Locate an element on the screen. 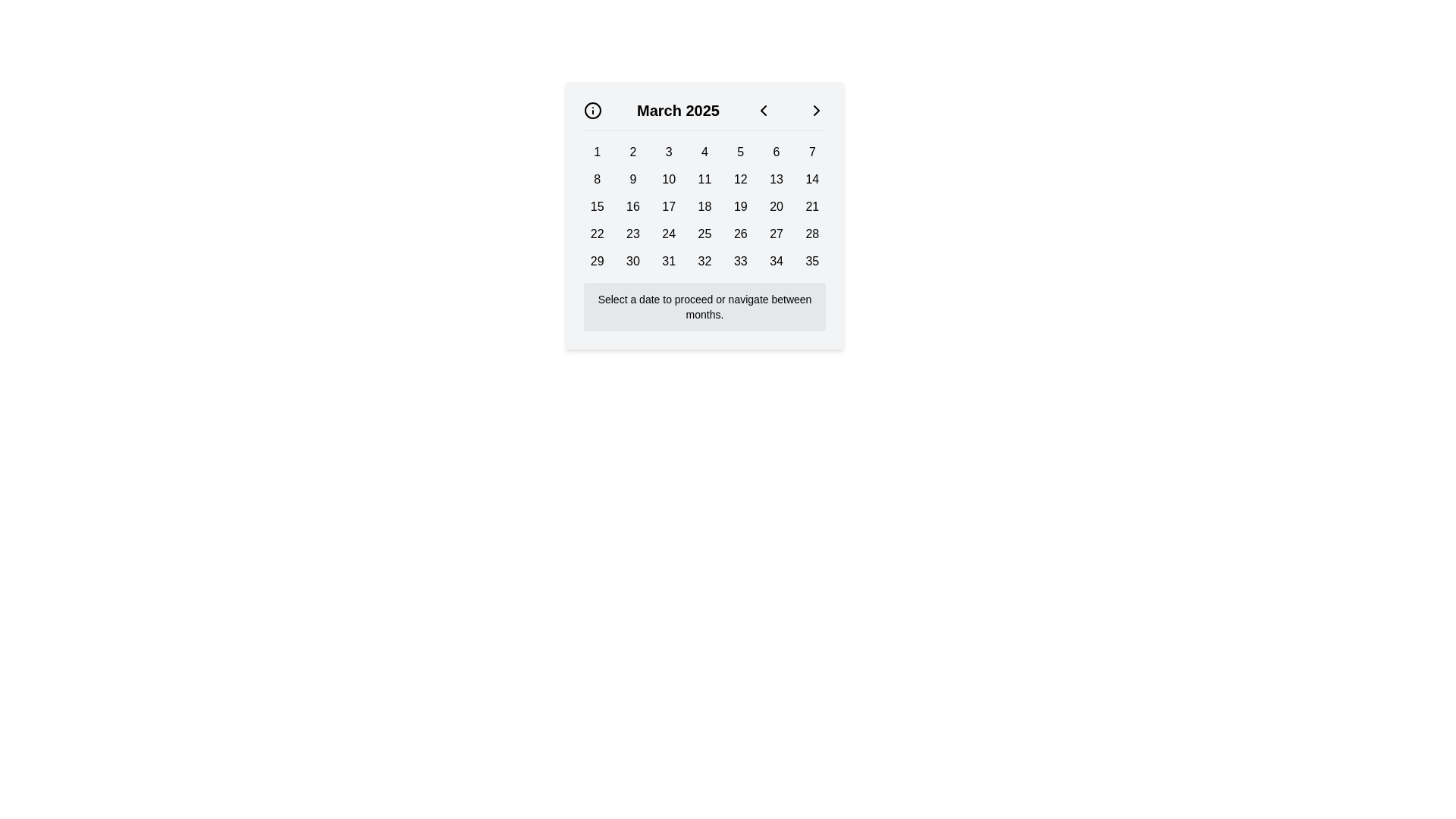 Image resolution: width=1456 pixels, height=819 pixels. the button displaying the number '35' is located at coordinates (811, 260).